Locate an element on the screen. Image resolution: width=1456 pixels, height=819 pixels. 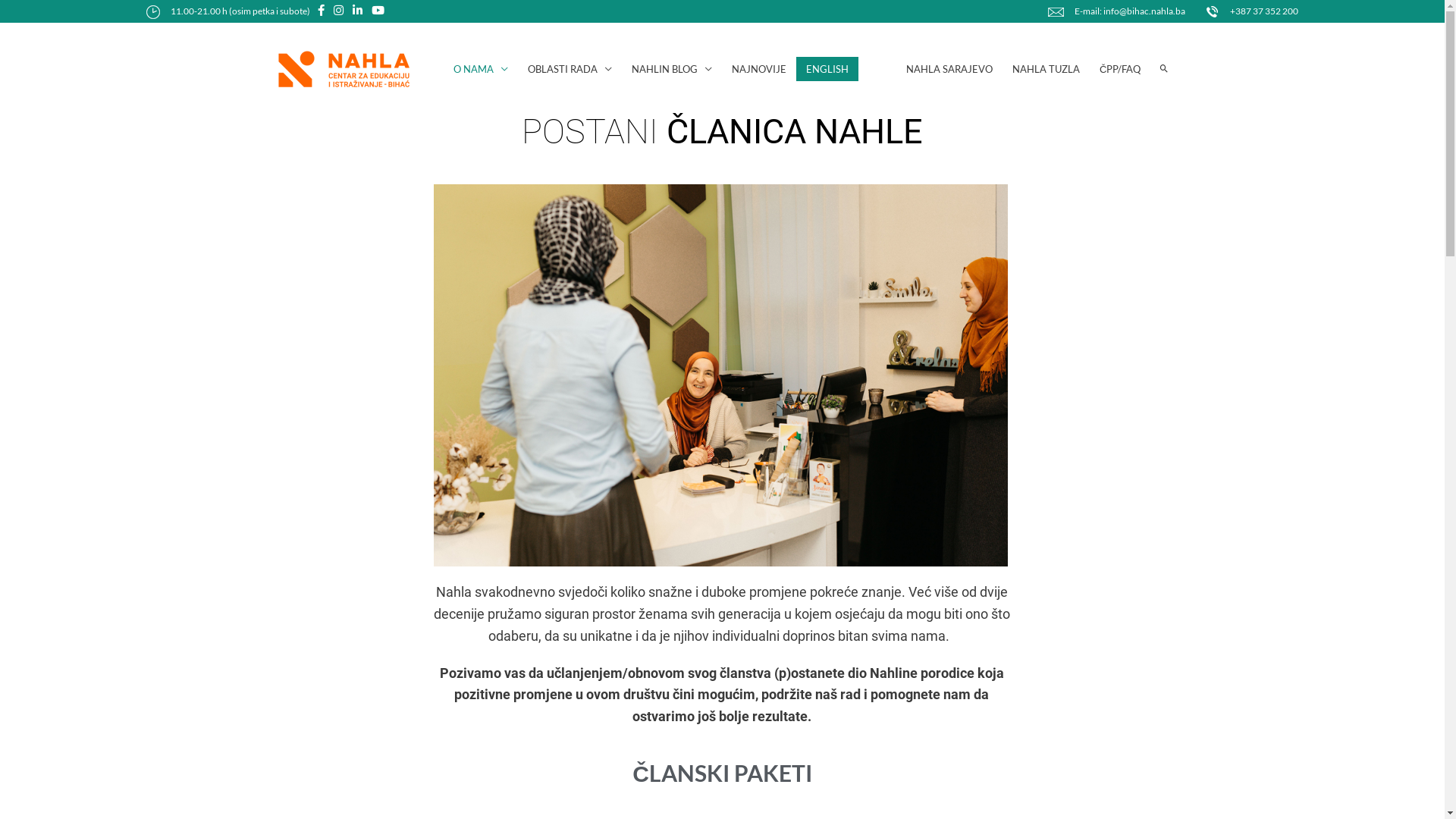
'O NAMA' is located at coordinates (479, 69).